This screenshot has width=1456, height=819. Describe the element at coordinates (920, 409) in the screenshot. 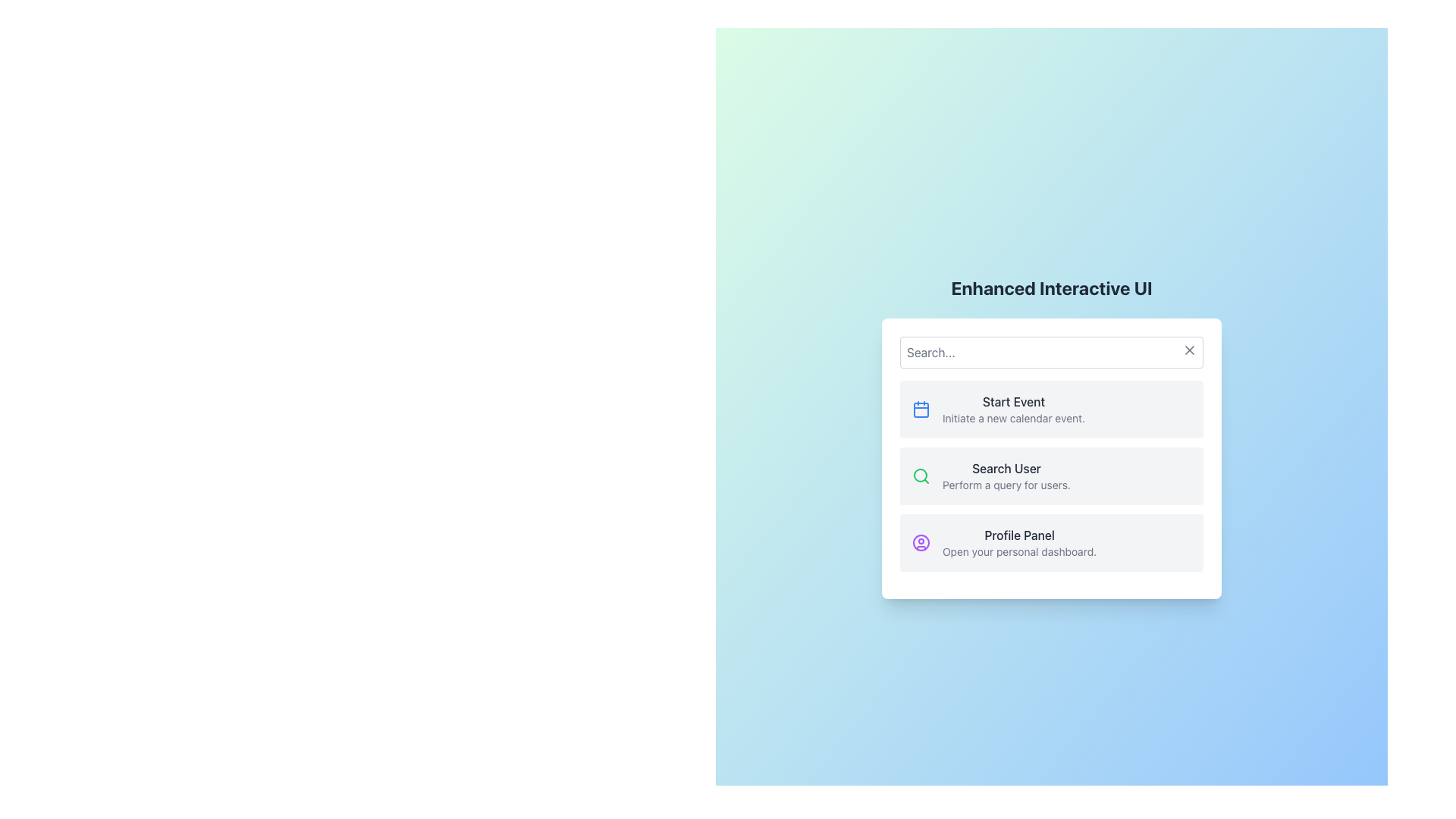

I see `the decorative rectangle within the calendar icon, which features a blue outline and is located to the left of the 'Start Event' label in the top card layout` at that location.